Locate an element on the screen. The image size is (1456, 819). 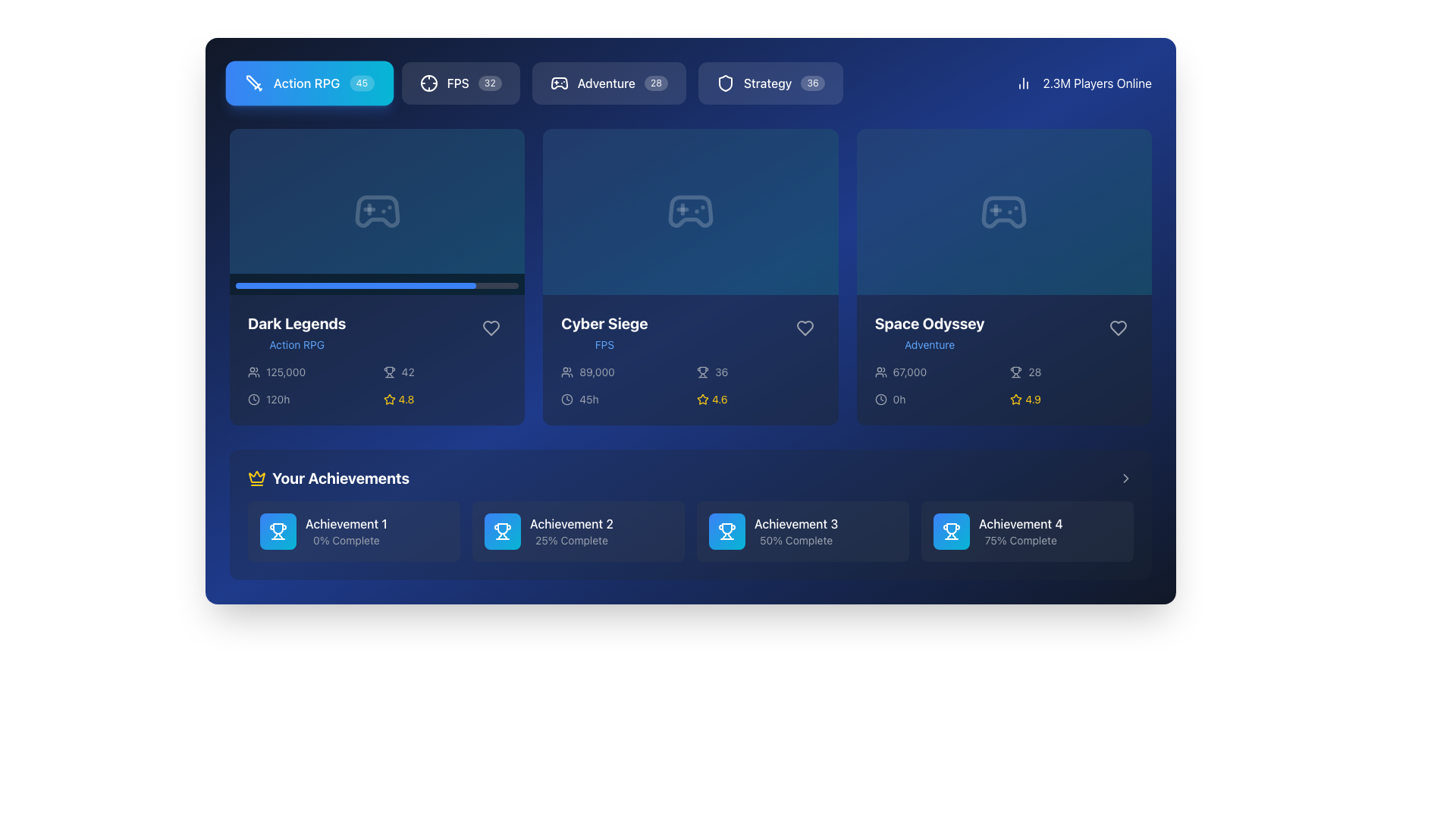
the vibrant square Icon button with rounded corners, featuring a gradient background from blue to cyan and a white trophy icon, located in the 'Your Achievements' section at the bottom of the main interface is located at coordinates (278, 531).